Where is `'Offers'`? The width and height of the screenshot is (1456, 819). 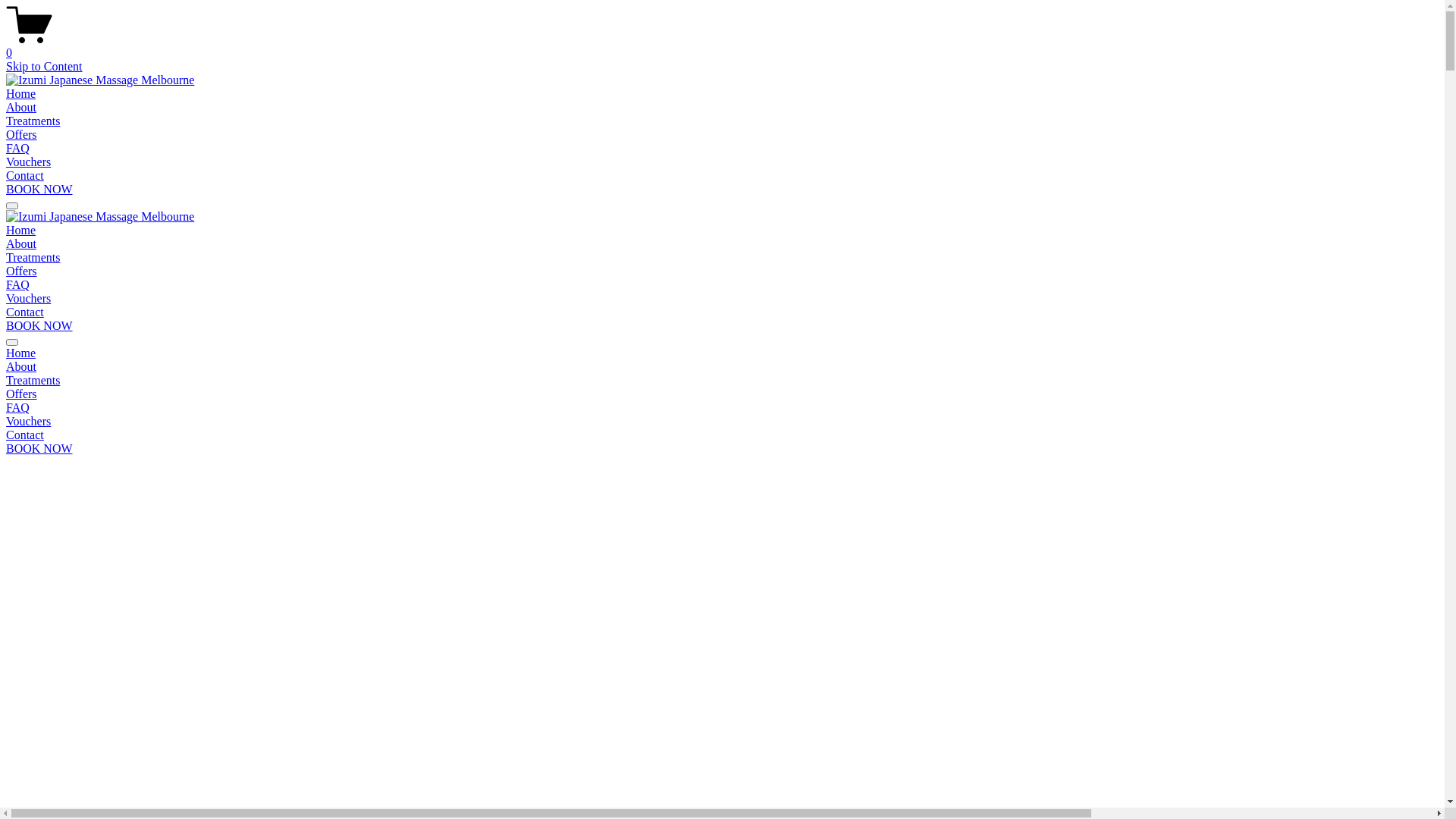
'Offers' is located at coordinates (6, 270).